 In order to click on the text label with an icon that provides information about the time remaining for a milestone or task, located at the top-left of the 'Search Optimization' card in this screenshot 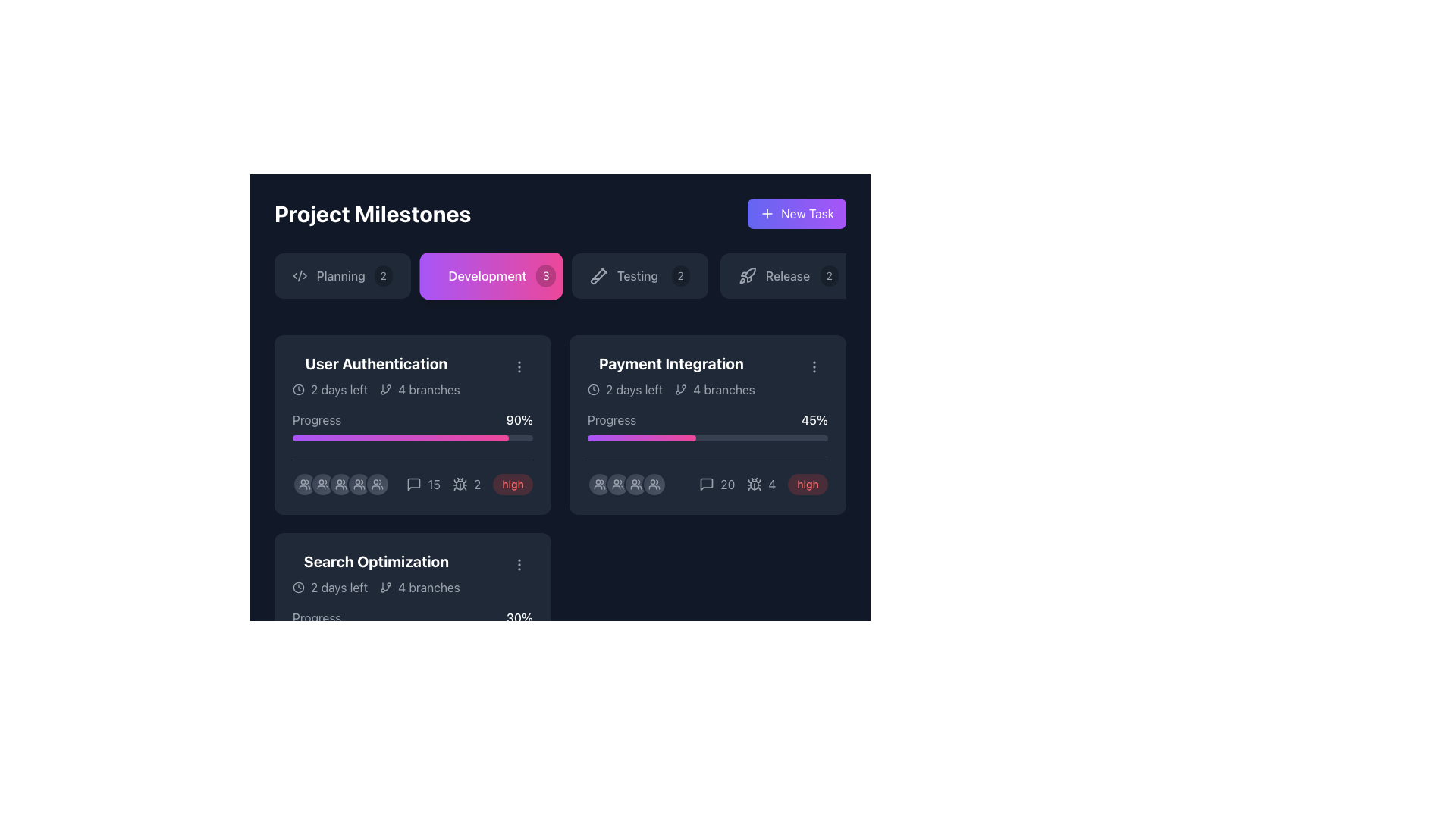, I will do `click(329, 587)`.